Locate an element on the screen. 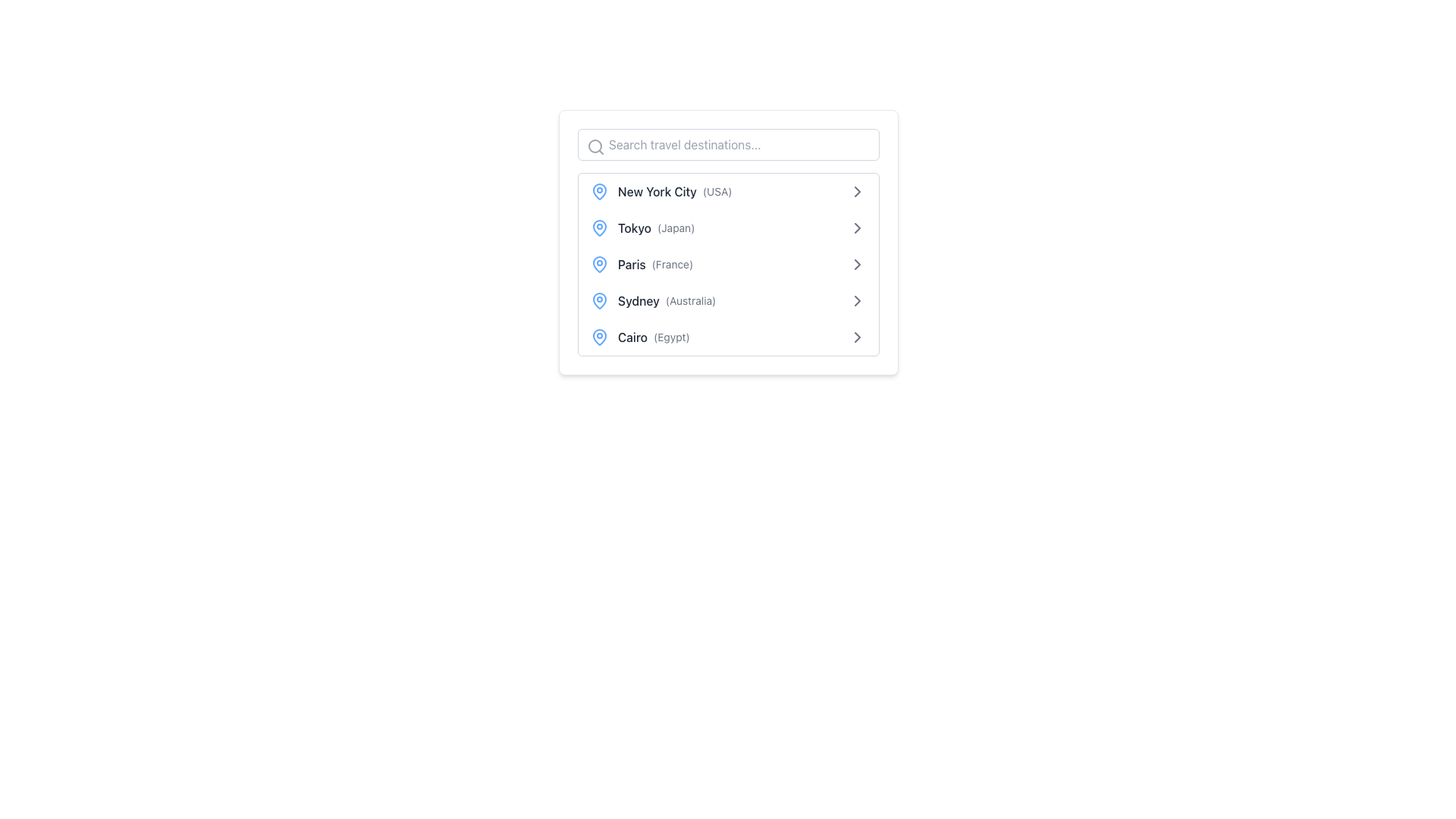  the non-interactive text label providing additional context for 'Tokyo', located to the right of the main text within the second entry of a vertical list is located at coordinates (675, 227).